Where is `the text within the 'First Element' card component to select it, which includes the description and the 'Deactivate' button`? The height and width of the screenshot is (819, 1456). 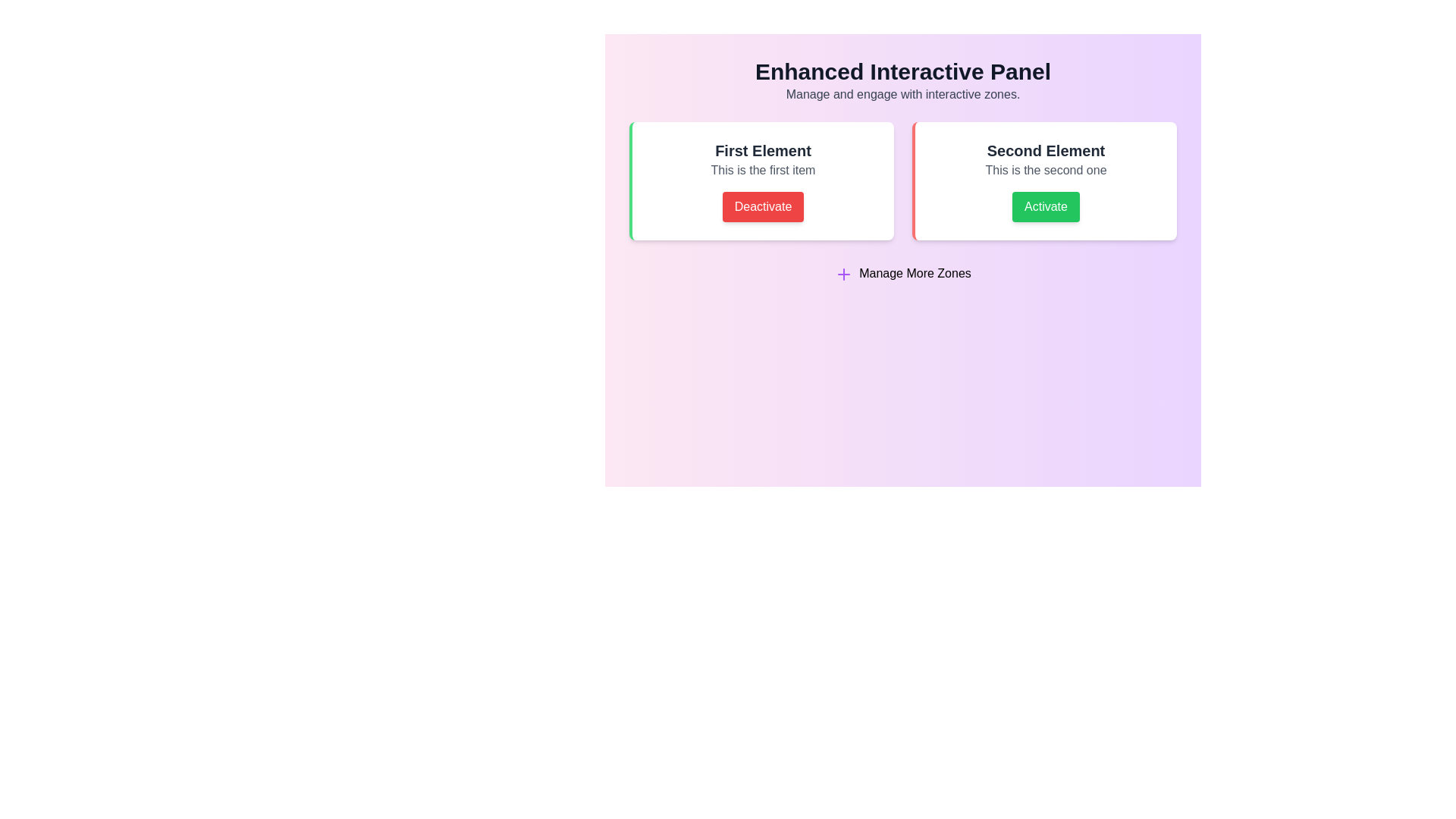
the text within the 'First Element' card component to select it, which includes the description and the 'Deactivate' button is located at coordinates (761, 180).